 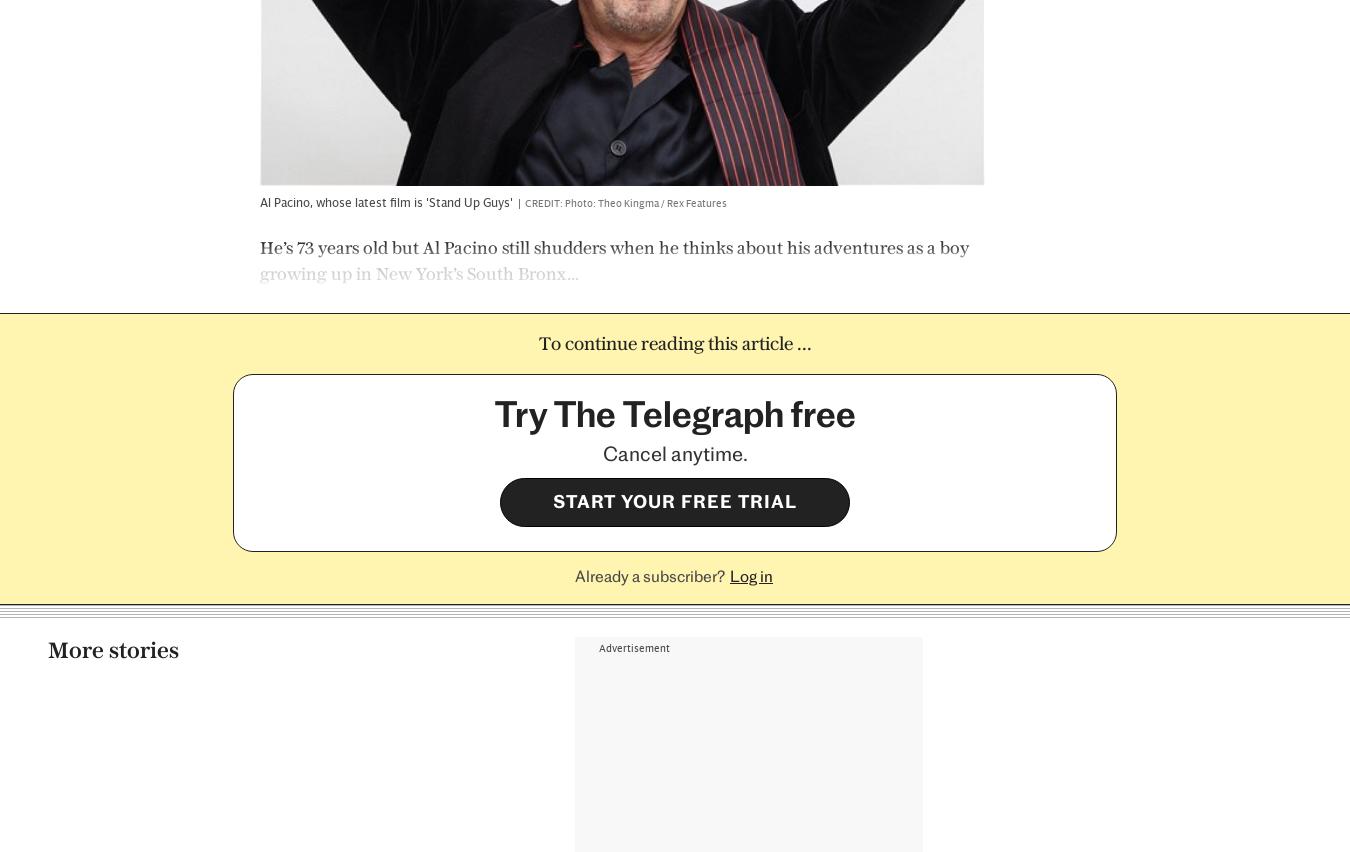 What do you see at coordinates (258, 785) in the screenshot?
I see `'9 Nov 2023, 1:52am'` at bounding box center [258, 785].